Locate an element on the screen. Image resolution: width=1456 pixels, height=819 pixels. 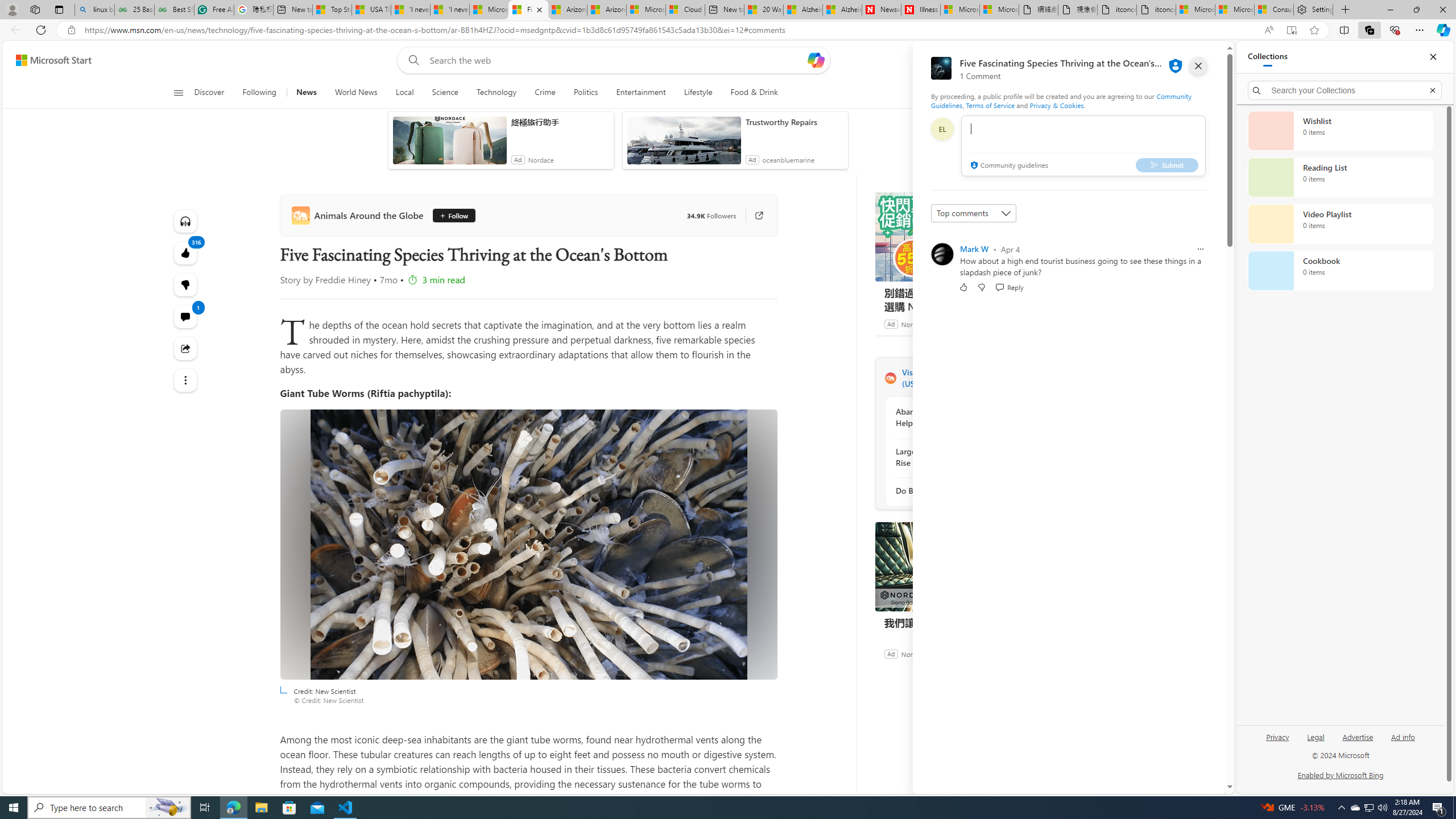
'Reading List collection, 0 items' is located at coordinates (1340, 176).